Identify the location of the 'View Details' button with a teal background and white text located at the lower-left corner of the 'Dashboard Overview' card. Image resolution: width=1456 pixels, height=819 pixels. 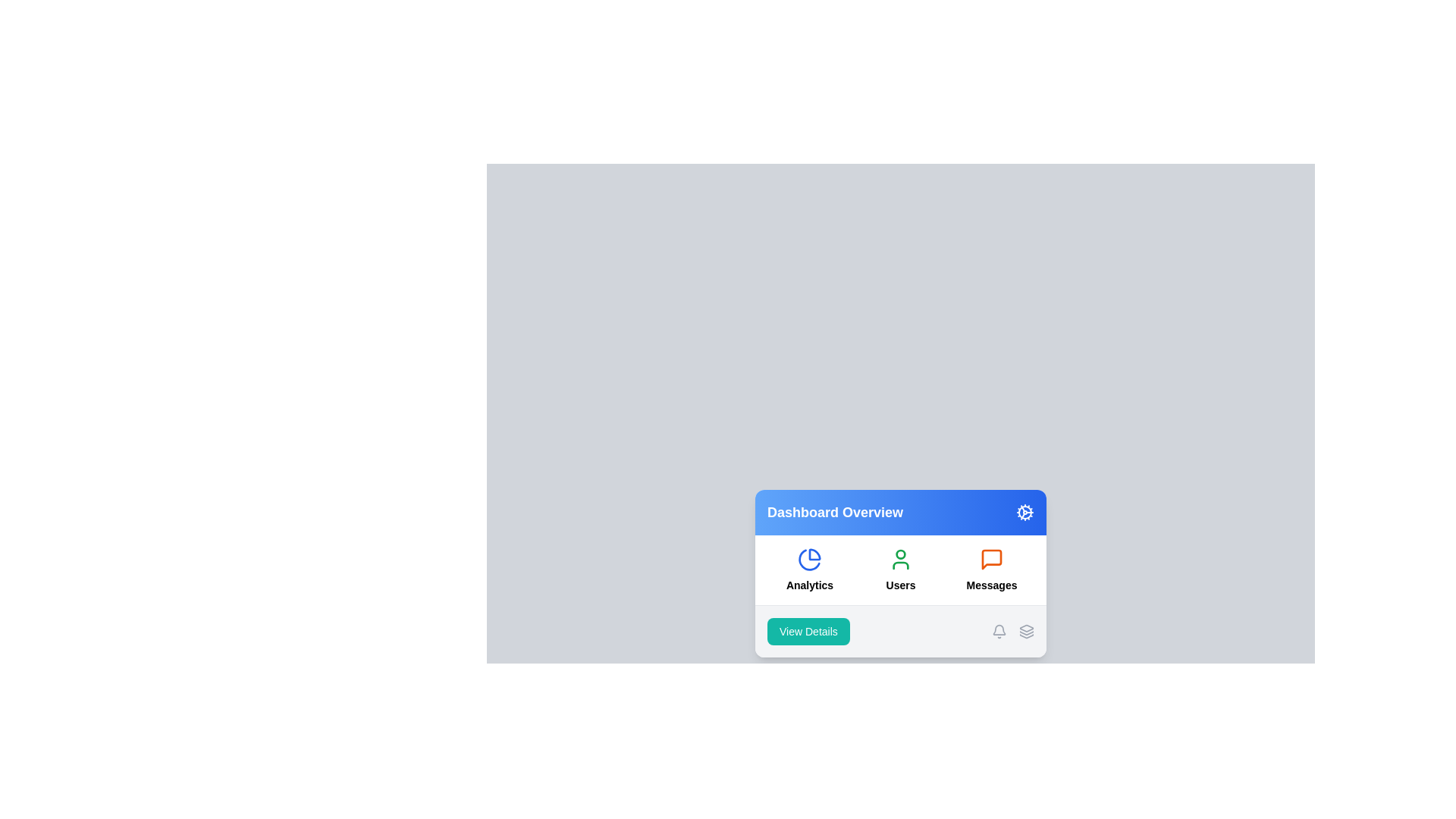
(808, 631).